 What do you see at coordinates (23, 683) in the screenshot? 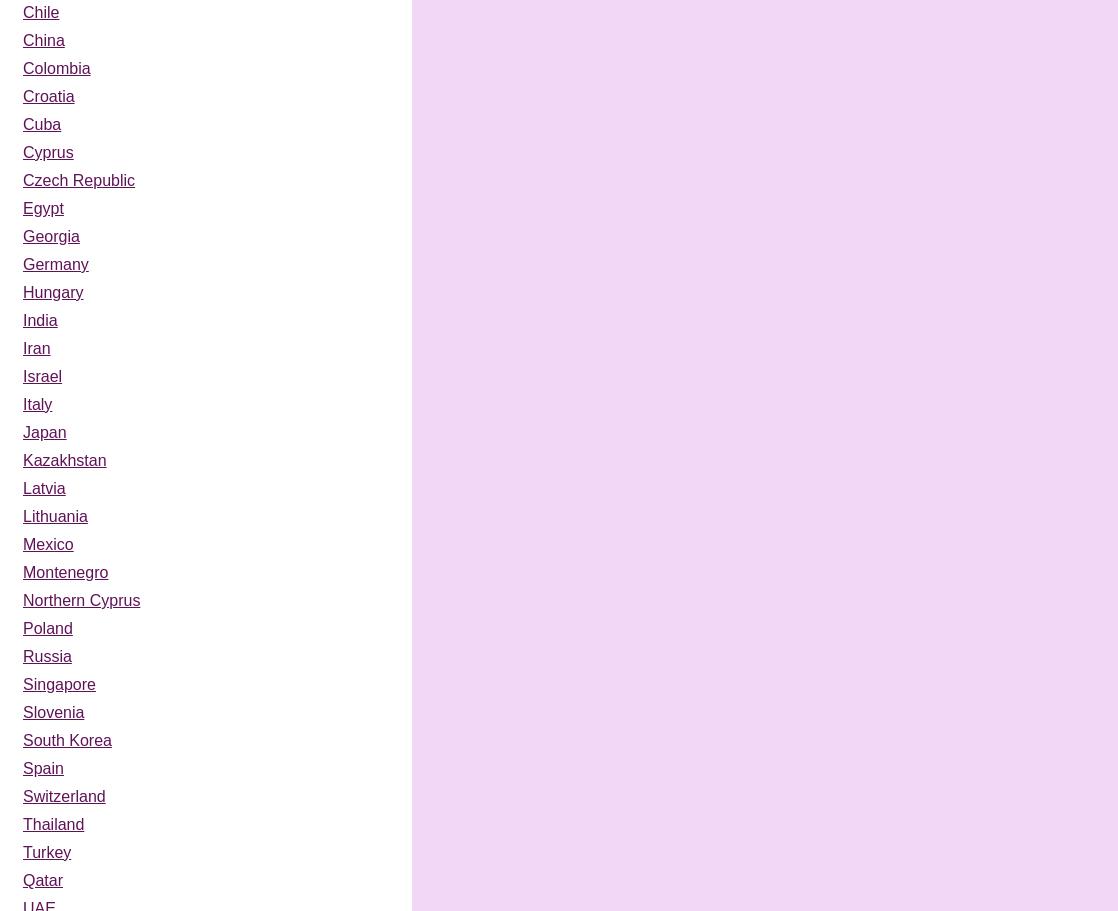
I see `'Singapore'` at bounding box center [23, 683].